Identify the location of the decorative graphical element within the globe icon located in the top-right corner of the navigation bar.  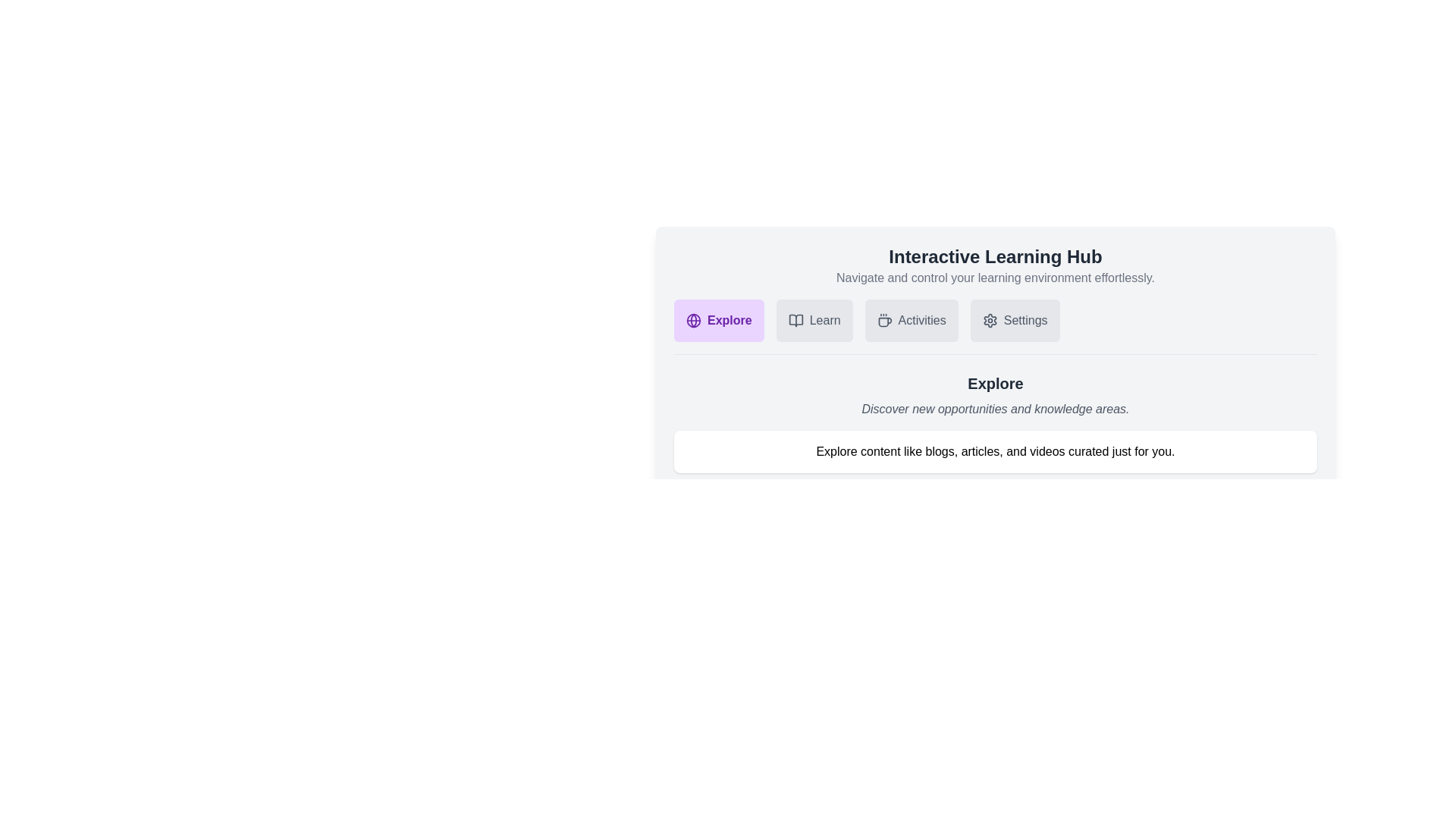
(693, 320).